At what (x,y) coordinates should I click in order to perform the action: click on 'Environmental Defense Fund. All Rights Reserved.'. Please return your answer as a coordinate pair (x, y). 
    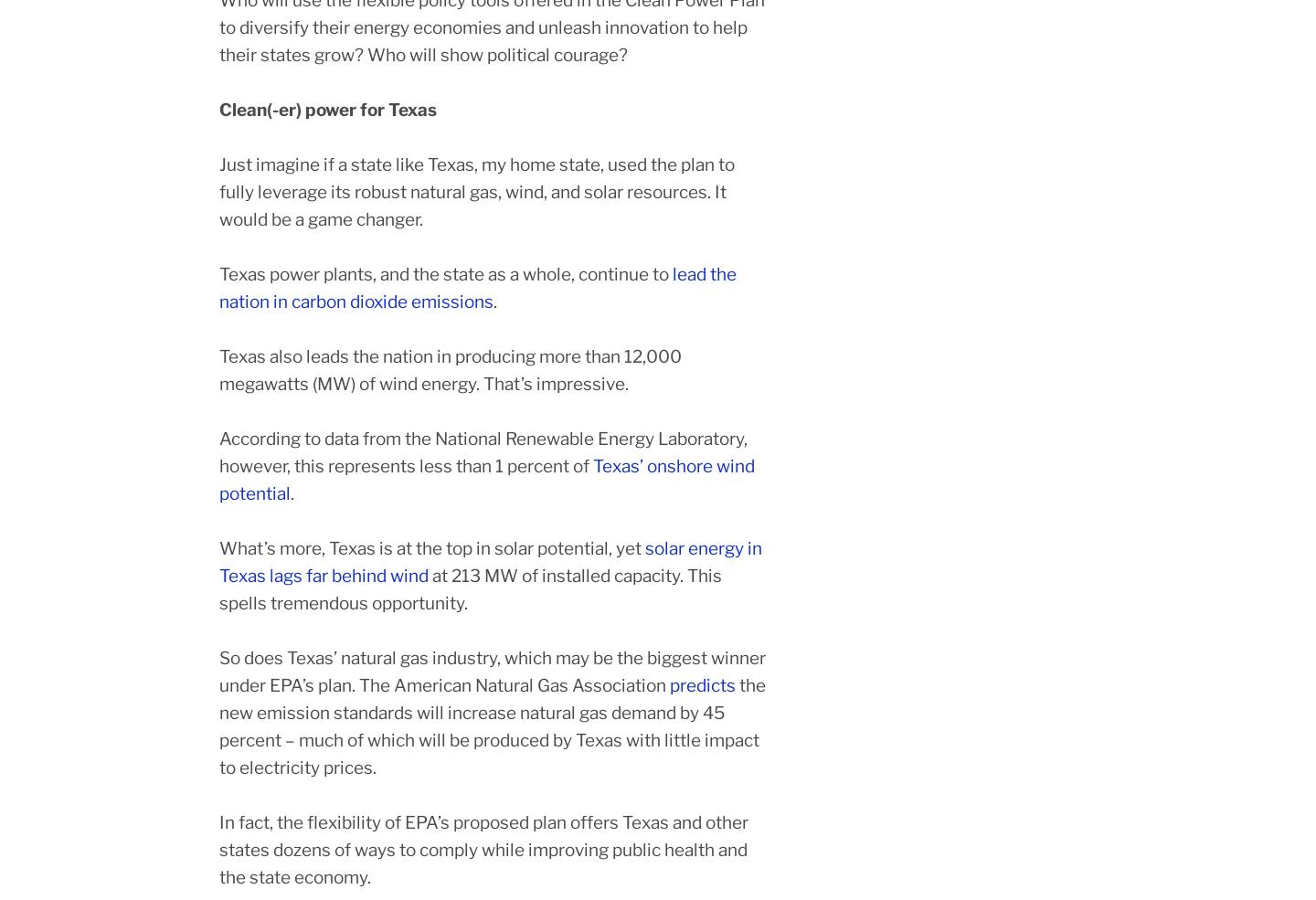
    Looking at the image, I should click on (731, 824).